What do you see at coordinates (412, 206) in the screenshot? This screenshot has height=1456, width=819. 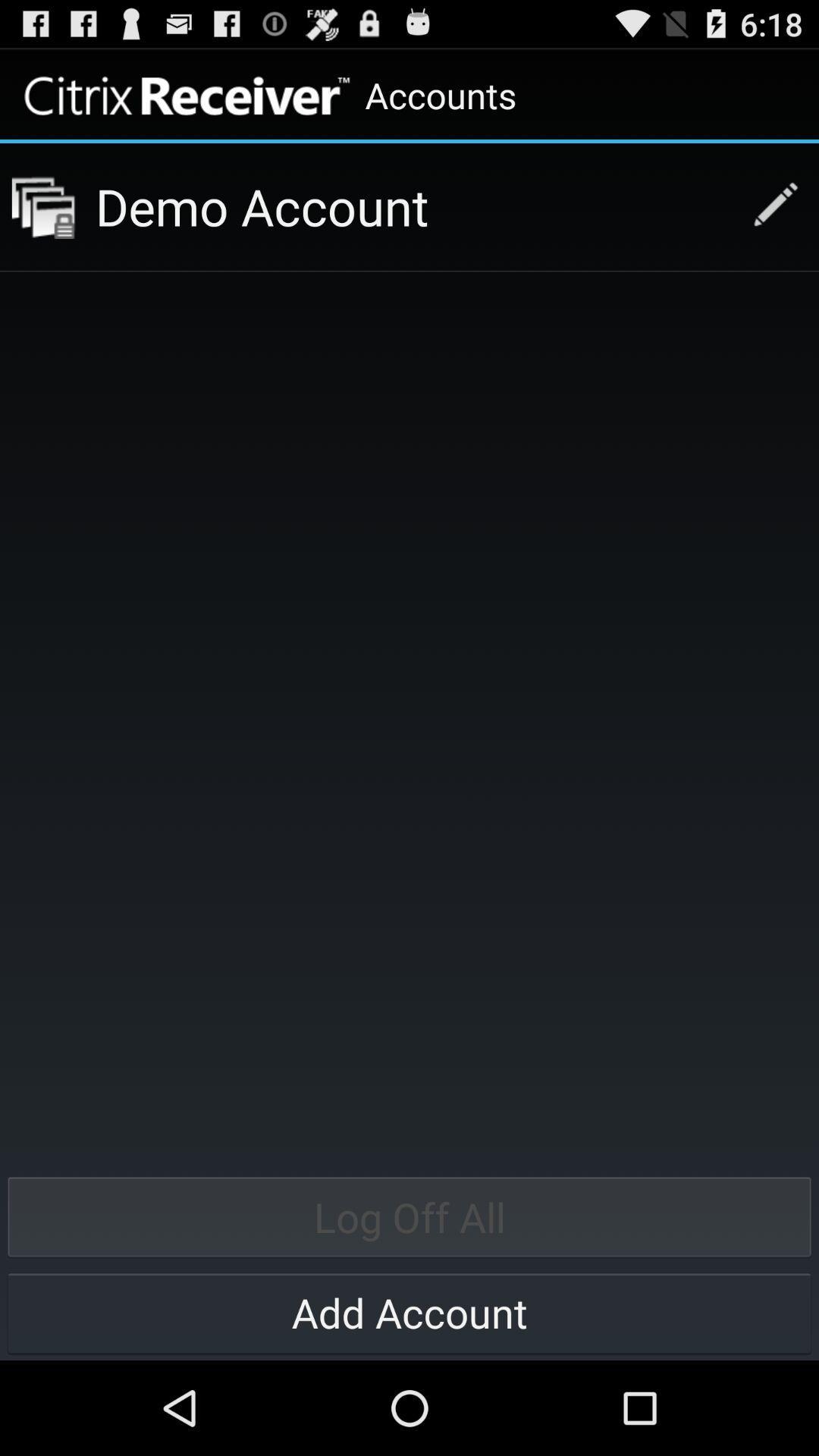 I see `the item above the log off all` at bounding box center [412, 206].